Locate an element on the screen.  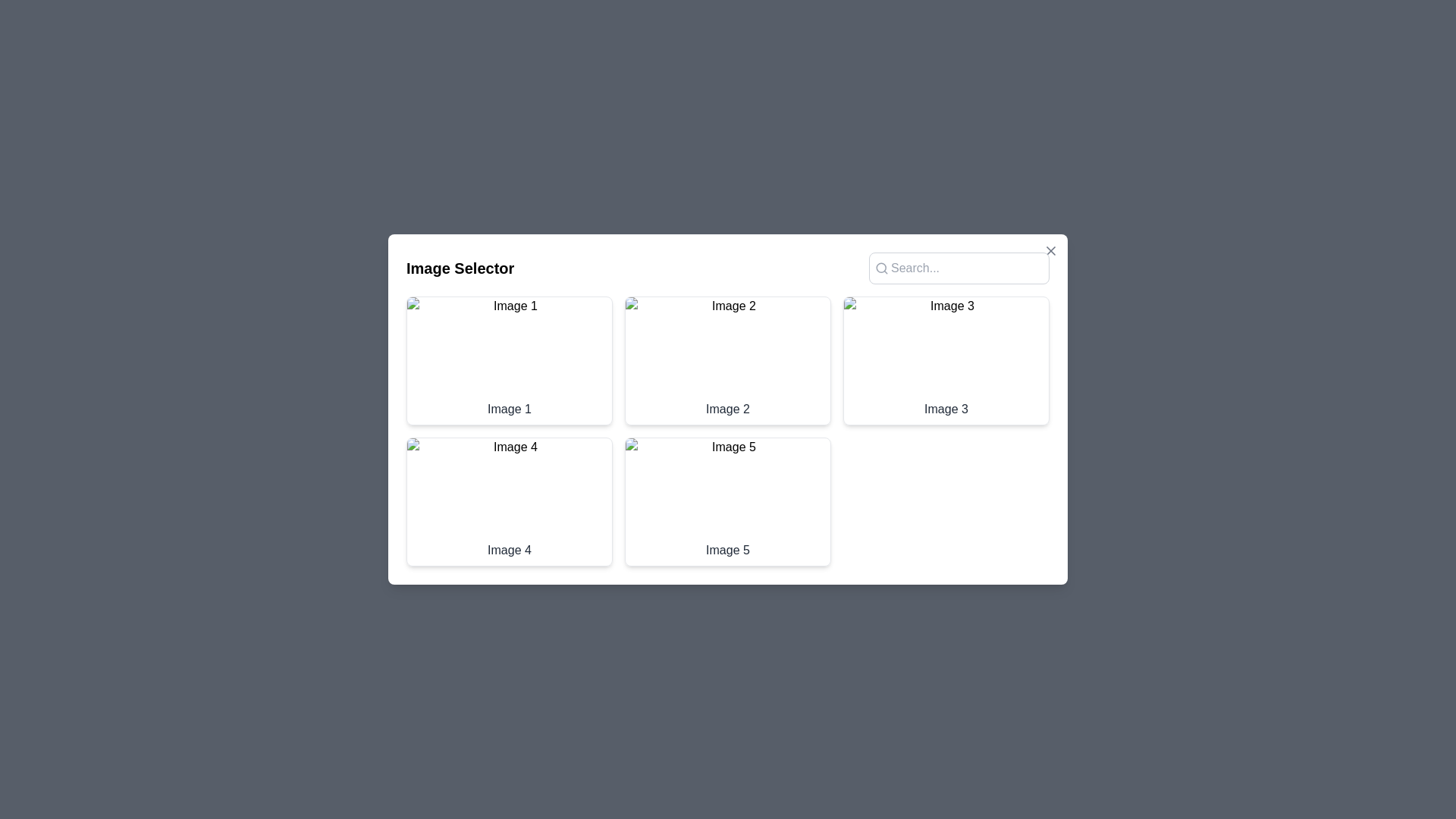
the close button to close the dialog is located at coordinates (1050, 250).